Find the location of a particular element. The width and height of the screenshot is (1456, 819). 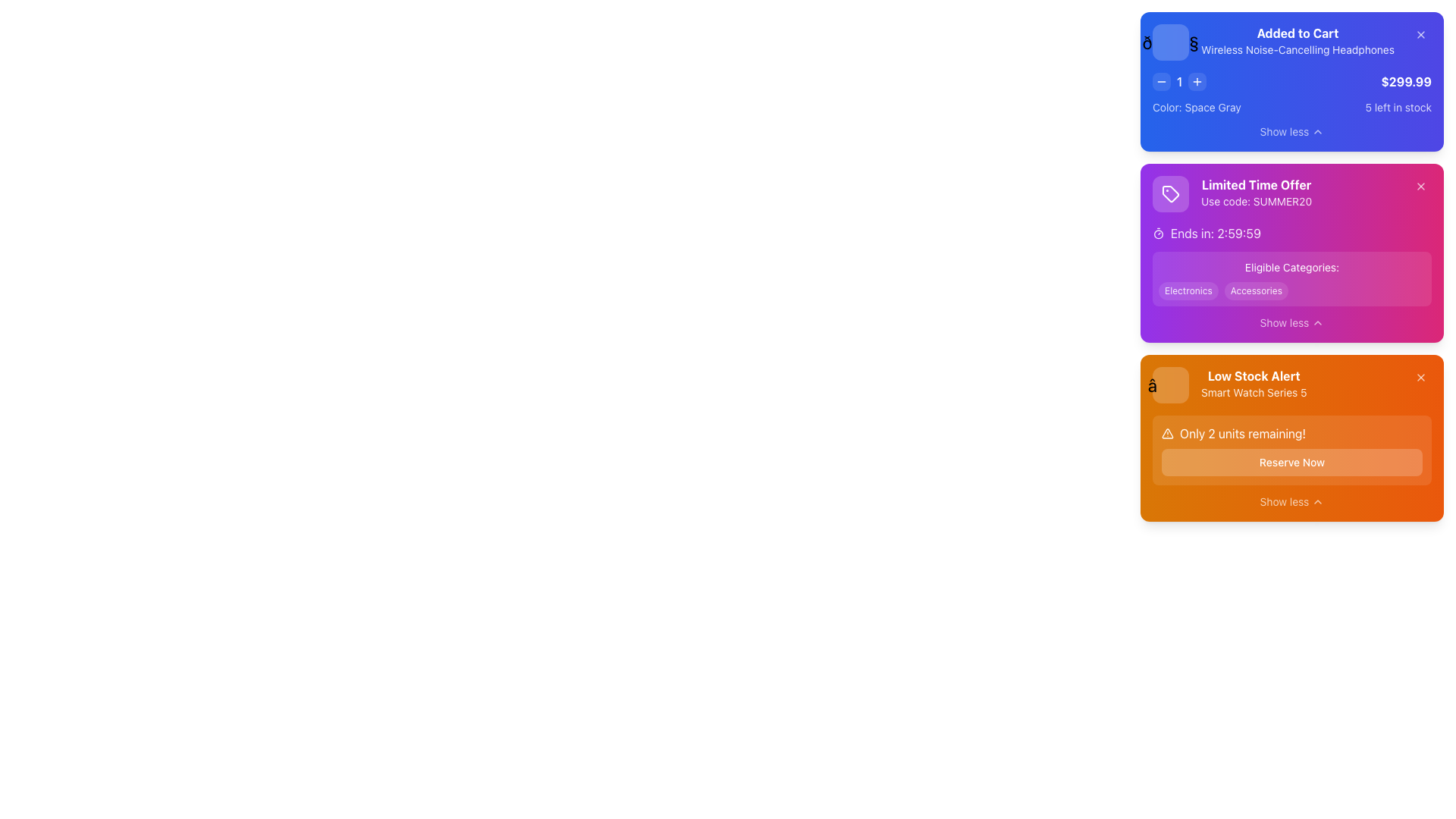

the 'Limited Time Offer' icon located inside the purple widget at the top-left corner adjacent to the title text is located at coordinates (1170, 193).